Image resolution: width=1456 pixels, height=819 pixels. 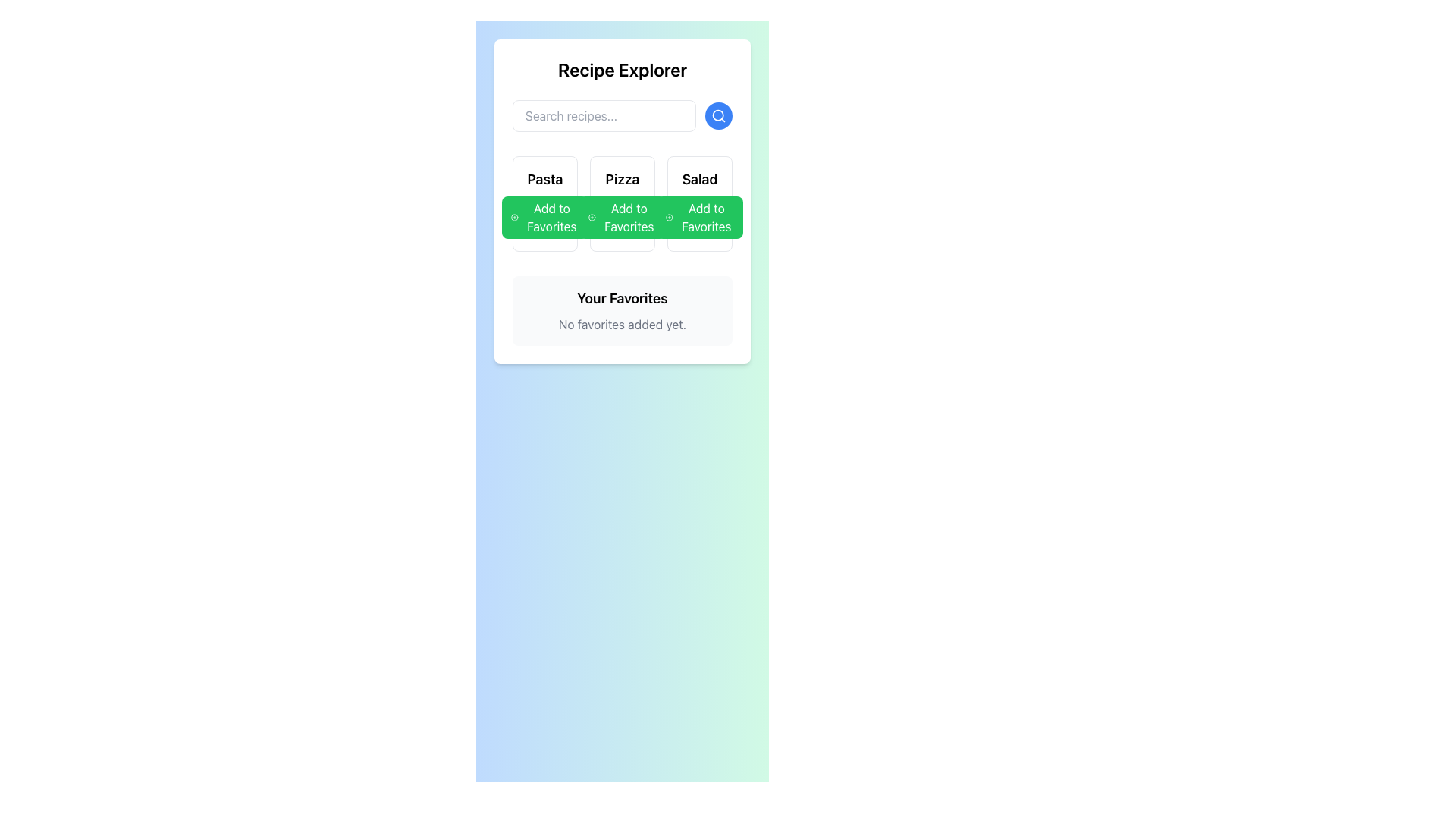 I want to click on the green button labeled 'Add to Favorites' located below the 'Pasta' title, so click(x=545, y=217).